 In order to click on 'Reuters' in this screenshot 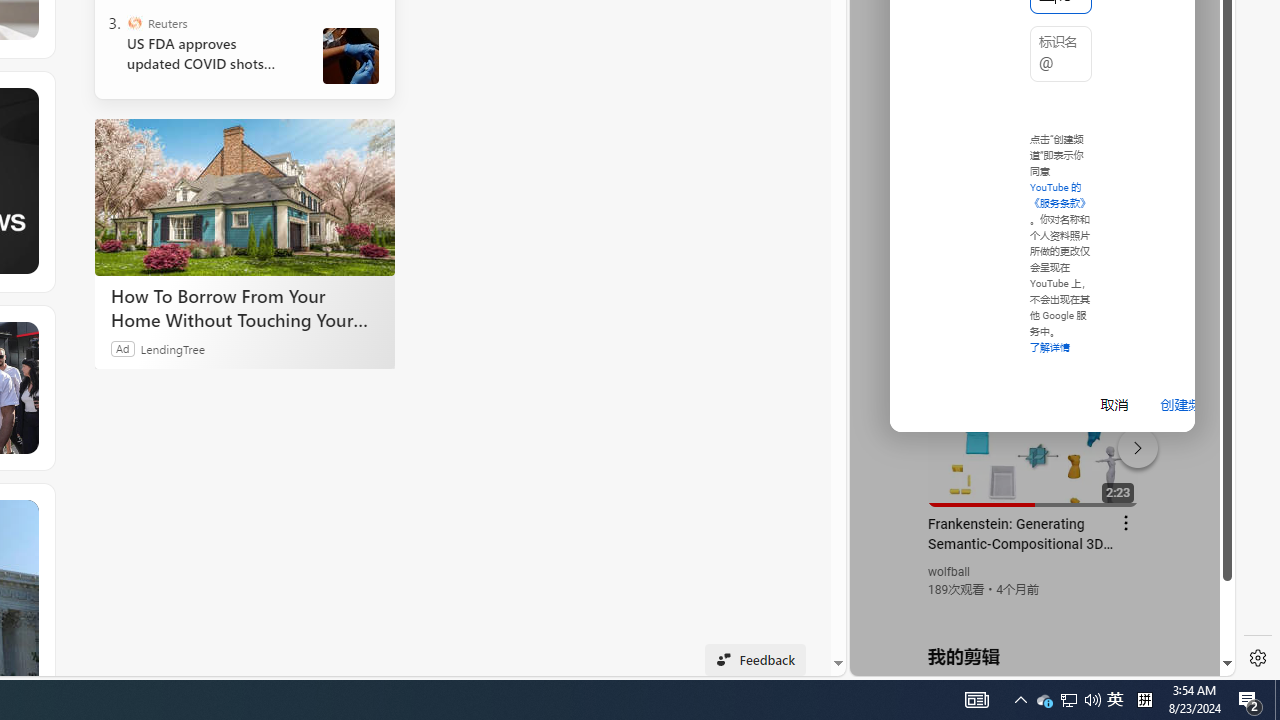, I will do `click(134, 23)`.